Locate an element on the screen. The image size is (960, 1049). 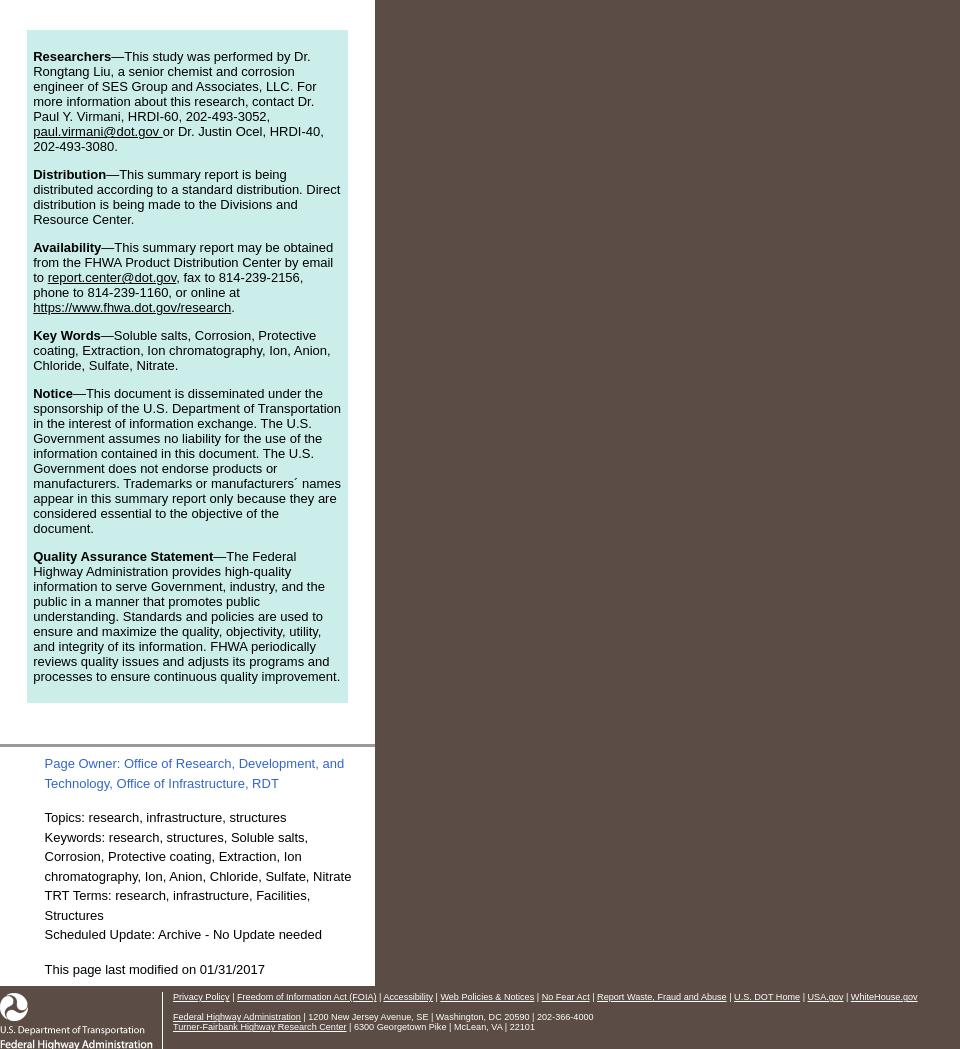
'—This summary report may be obtained from the FHWA Product Distribution Center by email to' is located at coordinates (182, 261).